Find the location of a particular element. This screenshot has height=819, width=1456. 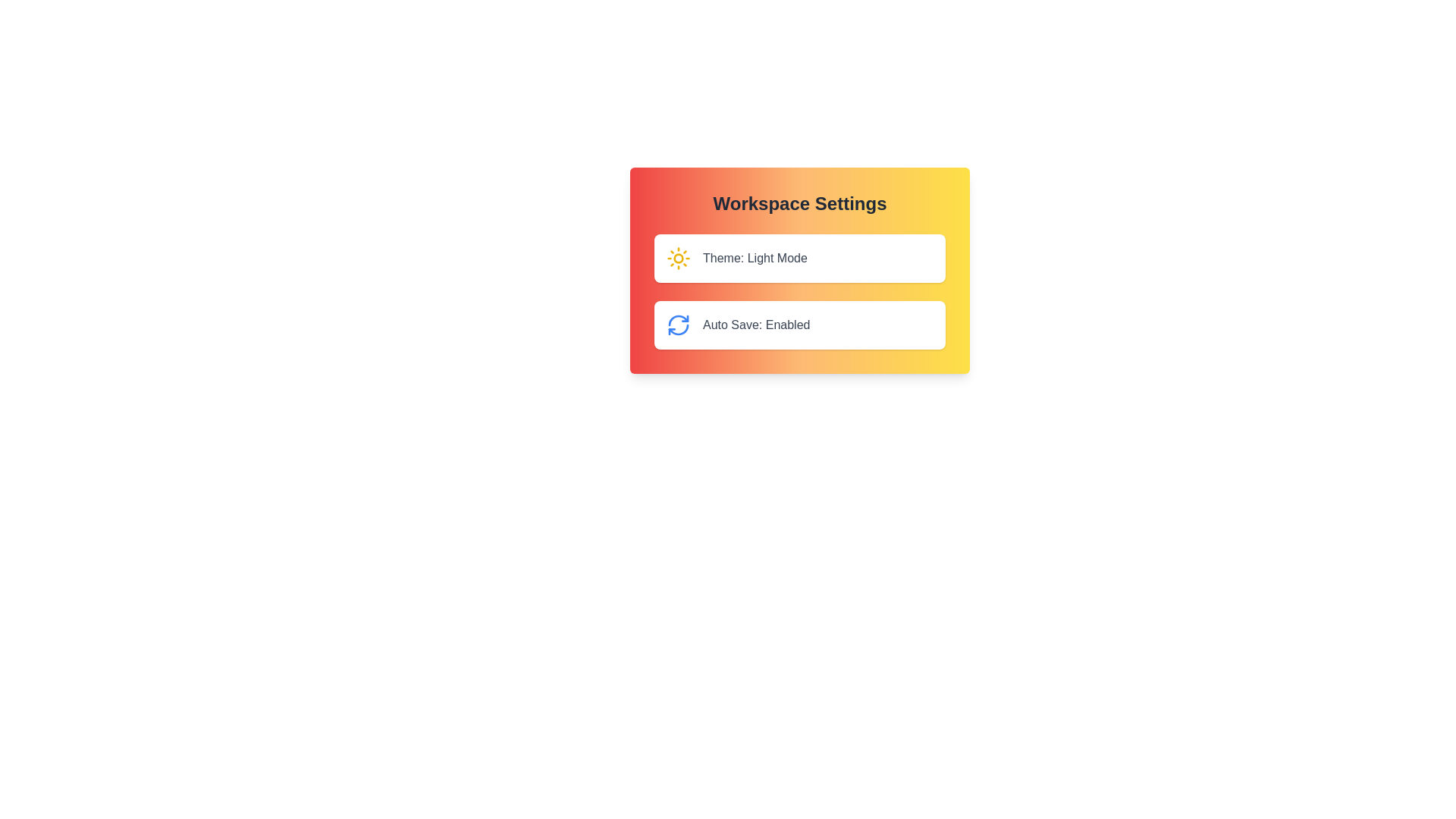

the sun icon to toggle the theme from light mode to dark mode is located at coordinates (677, 257).